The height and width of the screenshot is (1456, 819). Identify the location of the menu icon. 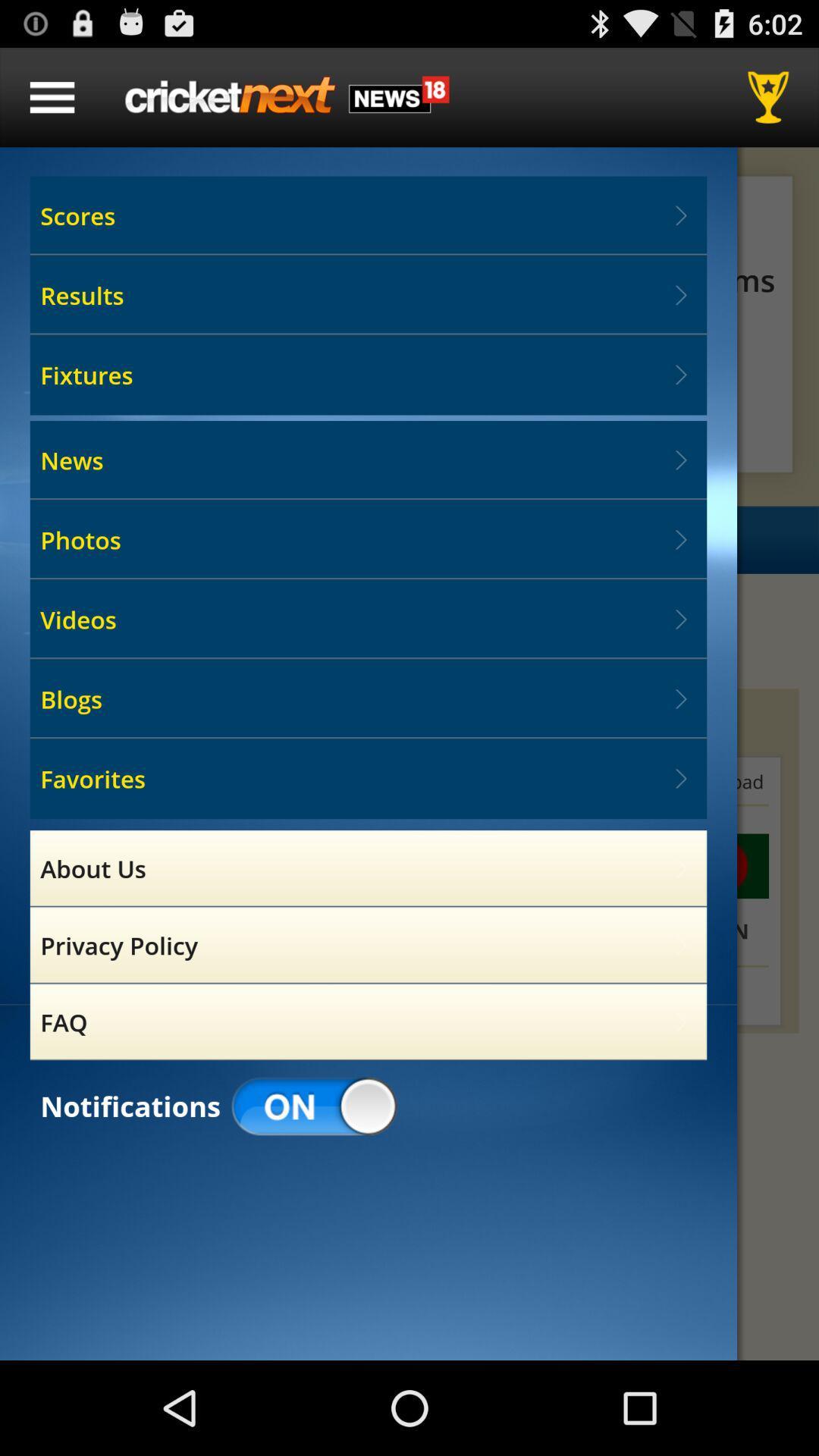
(52, 103).